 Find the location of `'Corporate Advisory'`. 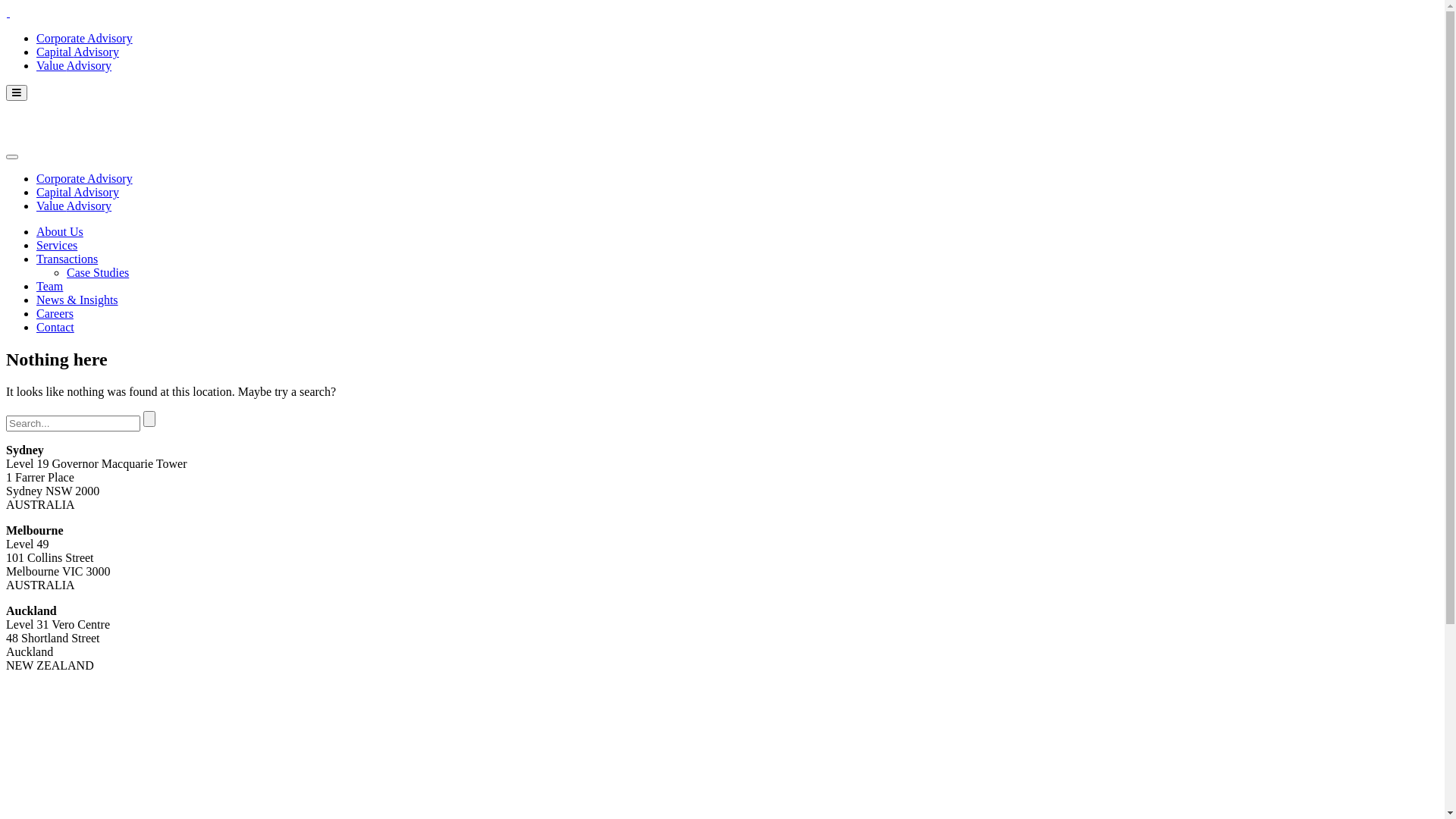

'Corporate Advisory' is located at coordinates (83, 37).